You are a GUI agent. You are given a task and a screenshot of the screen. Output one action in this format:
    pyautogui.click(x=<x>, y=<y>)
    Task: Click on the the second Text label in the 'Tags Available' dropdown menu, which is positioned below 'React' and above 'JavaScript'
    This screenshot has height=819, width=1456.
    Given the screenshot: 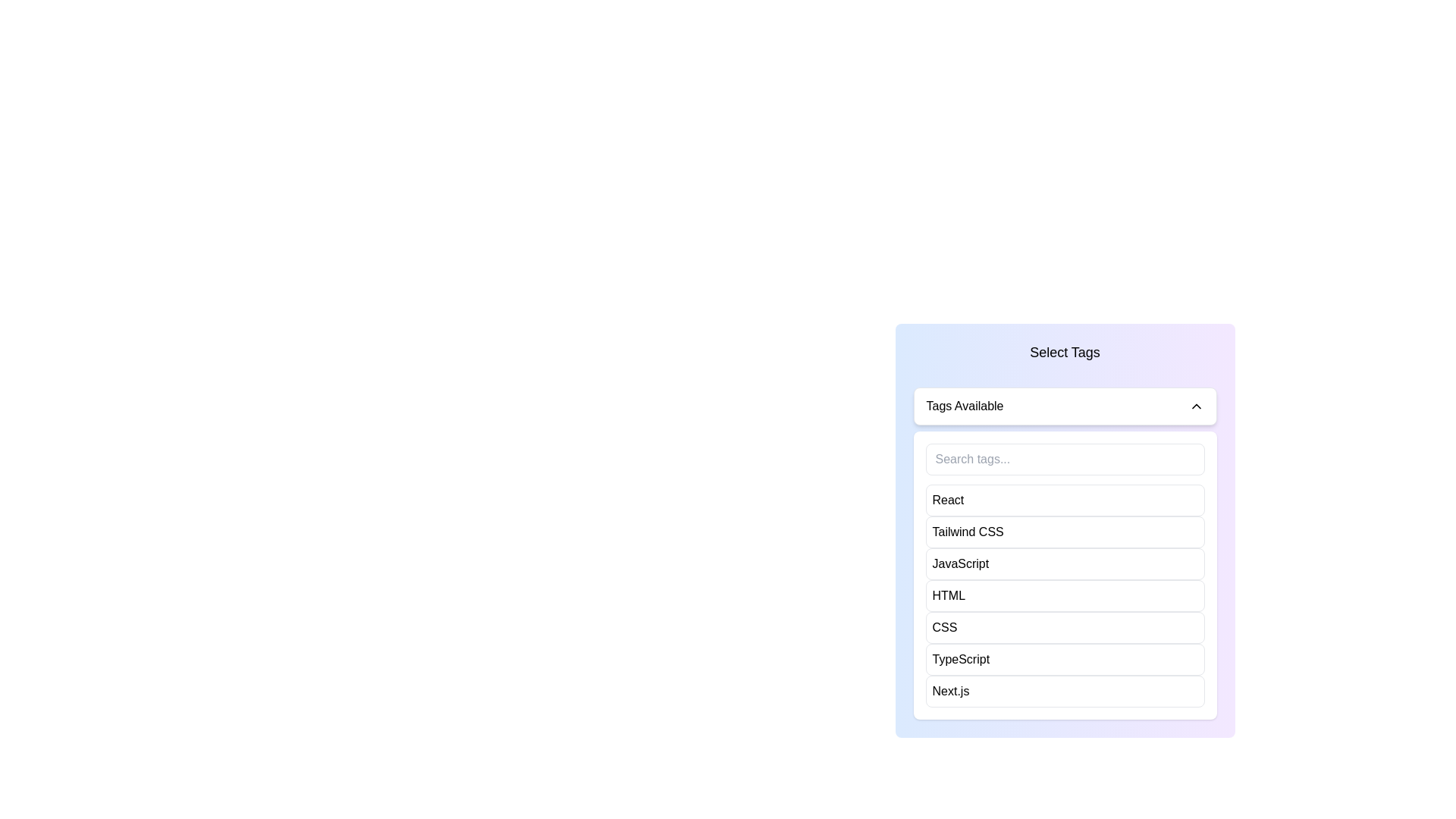 What is the action you would take?
    pyautogui.click(x=967, y=532)
    